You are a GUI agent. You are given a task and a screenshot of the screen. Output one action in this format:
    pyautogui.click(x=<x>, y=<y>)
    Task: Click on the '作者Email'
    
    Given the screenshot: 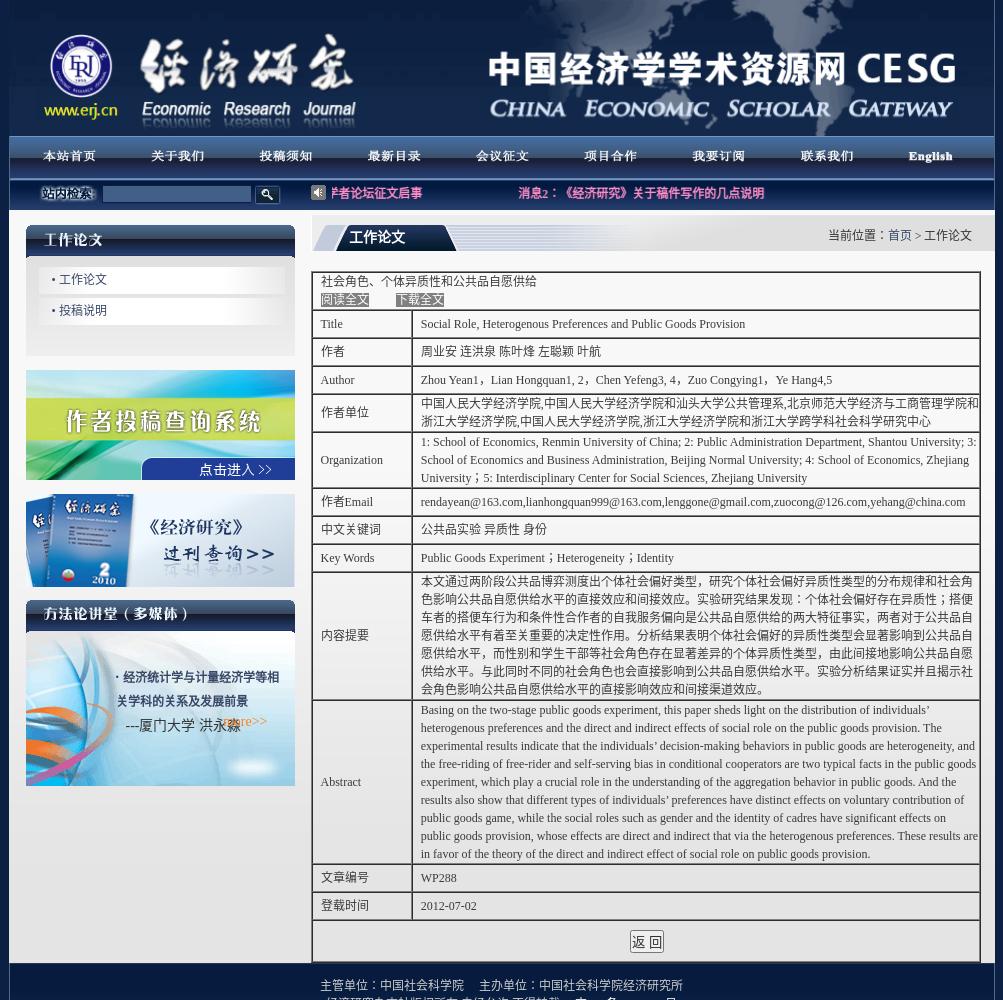 What is the action you would take?
    pyautogui.click(x=345, y=502)
    